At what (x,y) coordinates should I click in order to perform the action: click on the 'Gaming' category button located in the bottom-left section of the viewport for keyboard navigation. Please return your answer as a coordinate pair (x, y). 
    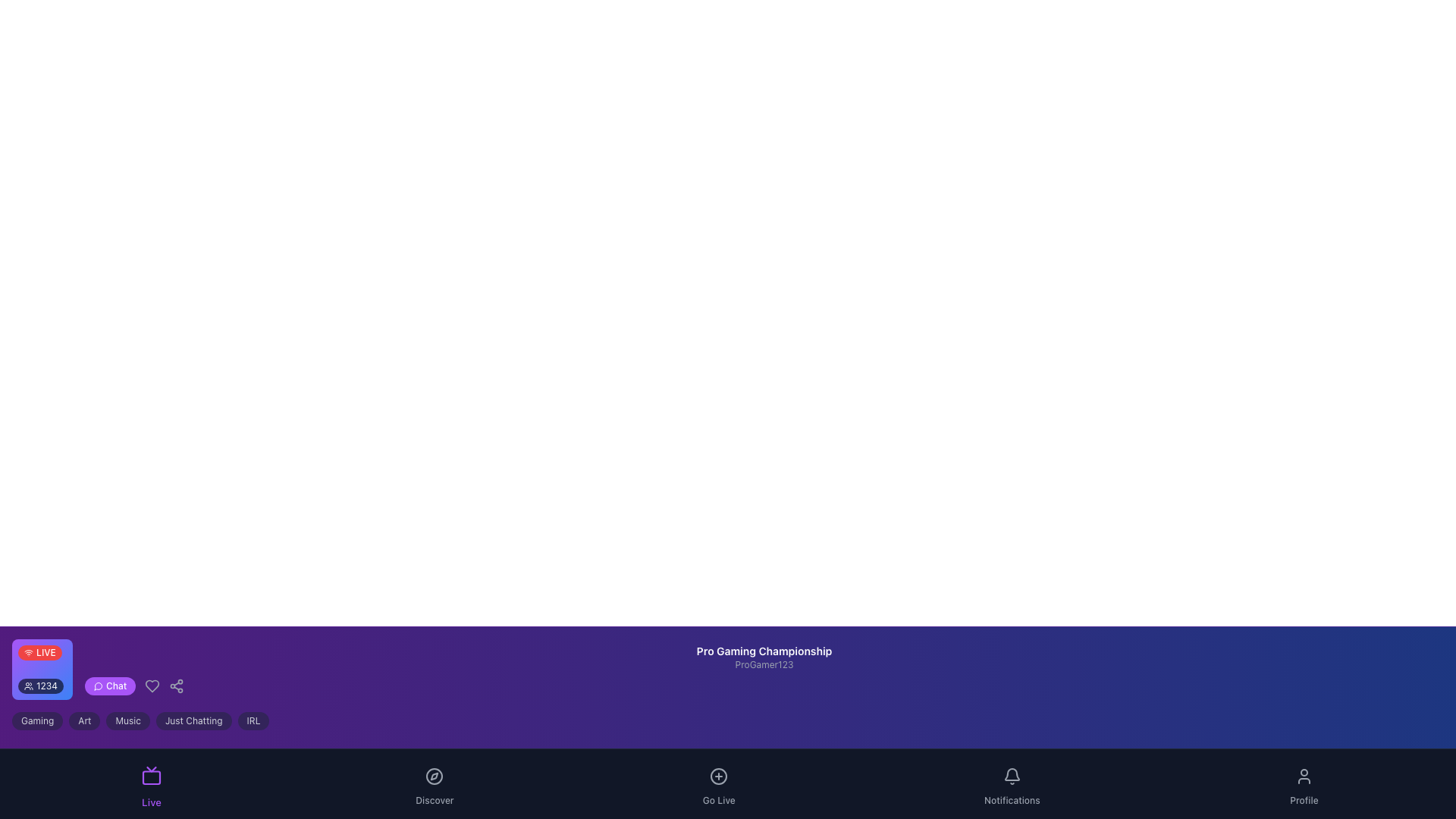
    Looking at the image, I should click on (37, 720).